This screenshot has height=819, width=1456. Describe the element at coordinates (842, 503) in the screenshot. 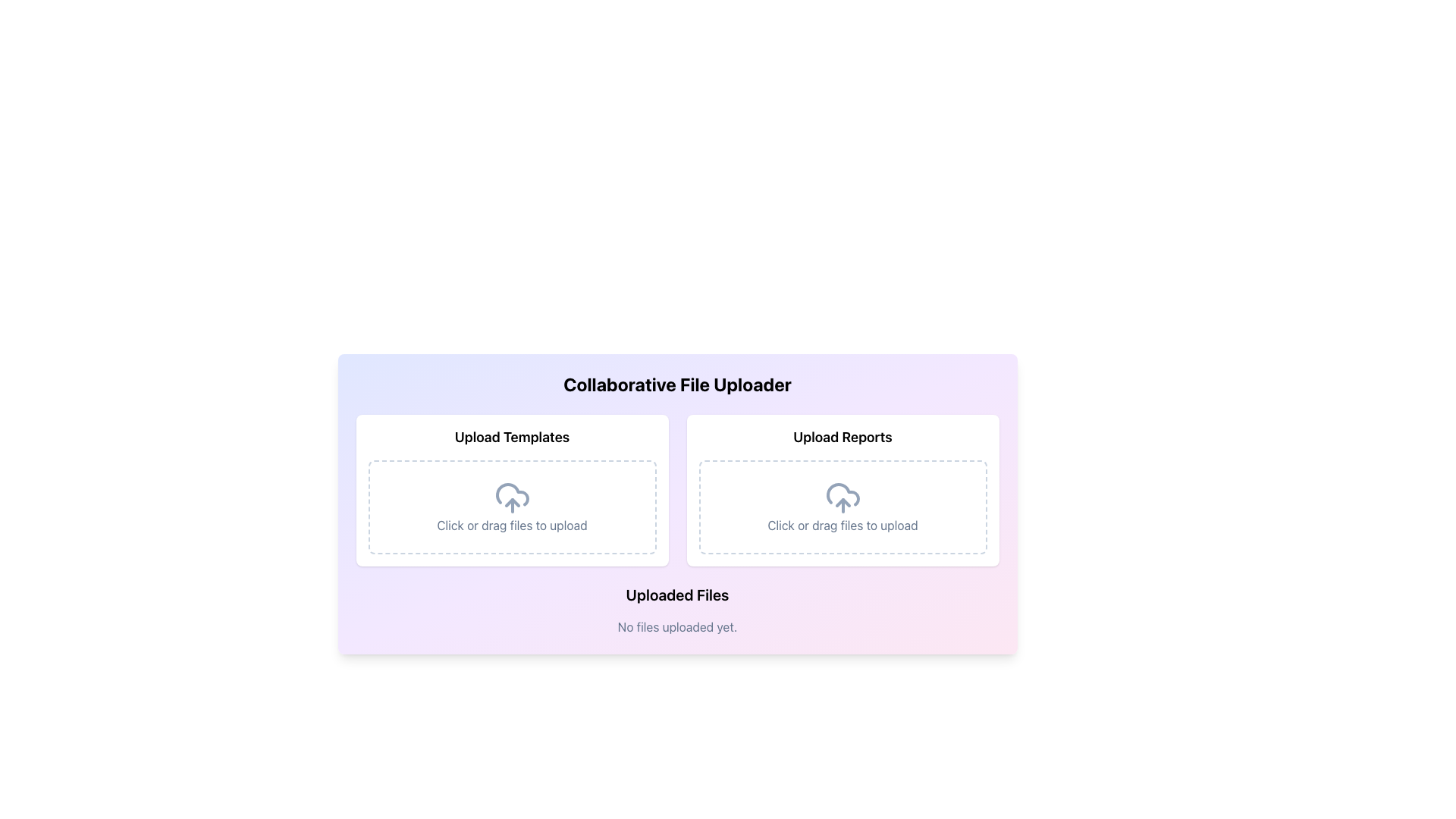

I see `the upward-pointing arrow icon within the cloud graphic, which is part of the 'Upload Reports' section` at that location.